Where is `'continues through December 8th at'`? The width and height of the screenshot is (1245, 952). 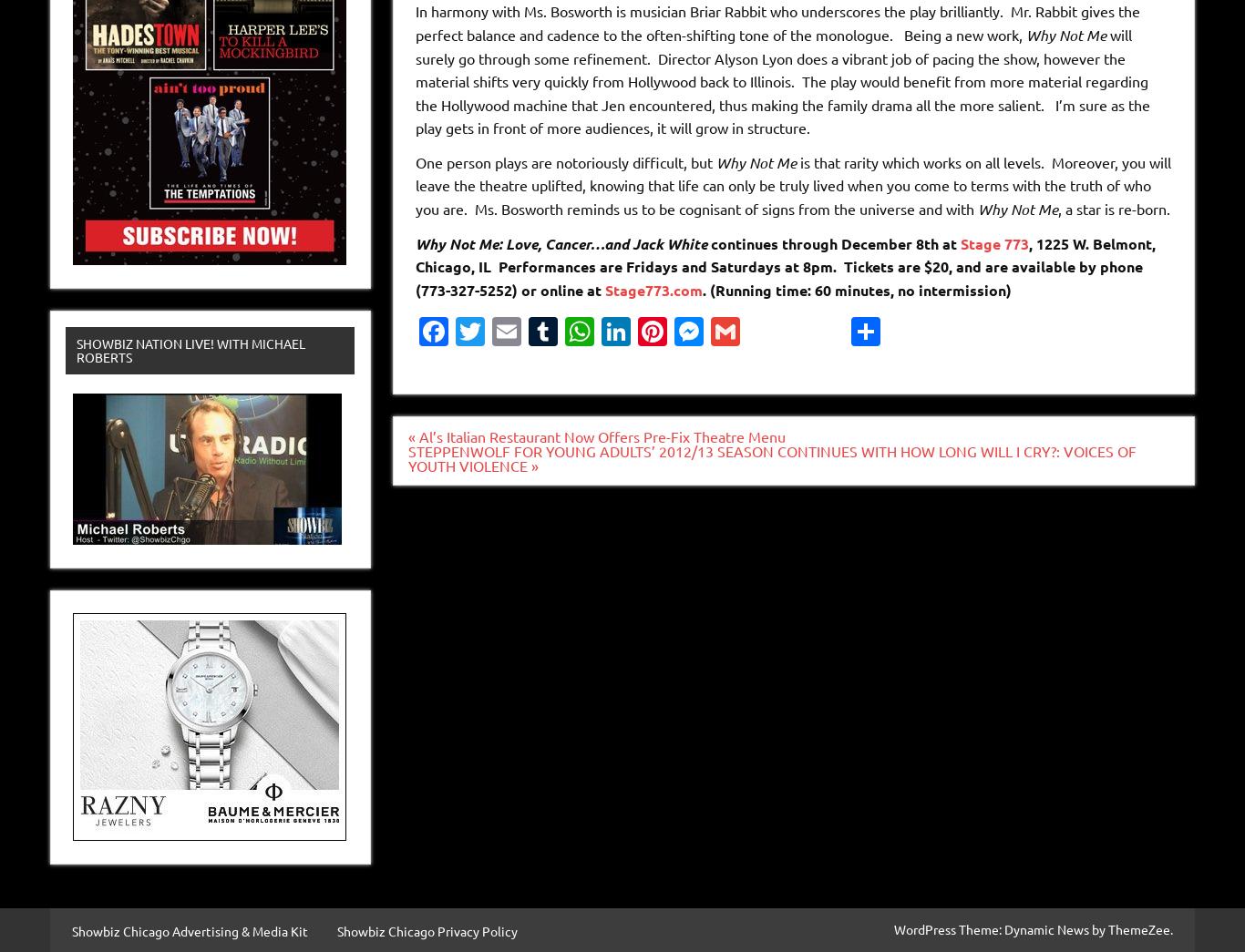 'continues through December 8th at' is located at coordinates (705, 241).